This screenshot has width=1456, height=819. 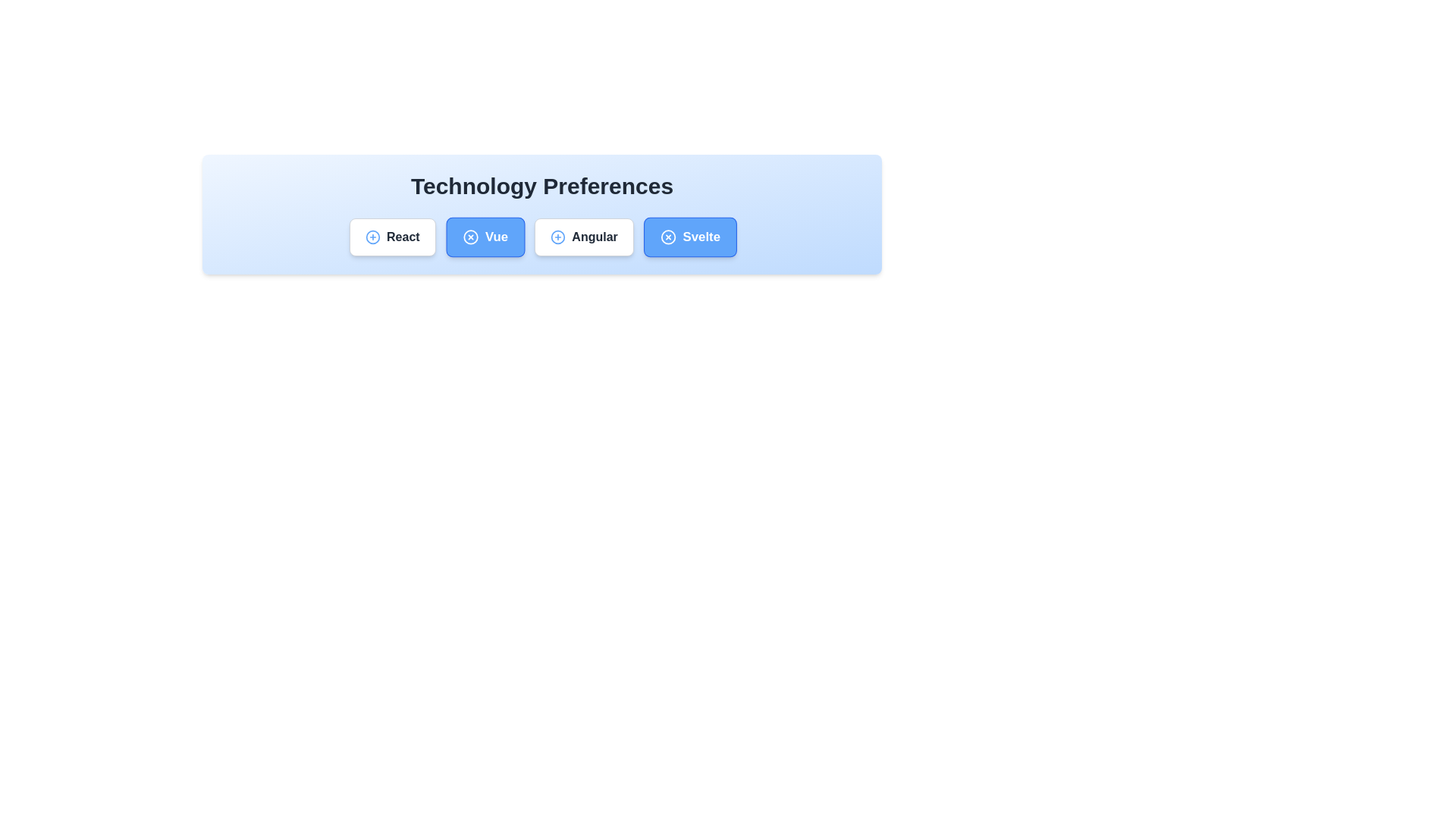 What do you see at coordinates (392, 237) in the screenshot?
I see `the chip labeled React to observe its hover effect` at bounding box center [392, 237].